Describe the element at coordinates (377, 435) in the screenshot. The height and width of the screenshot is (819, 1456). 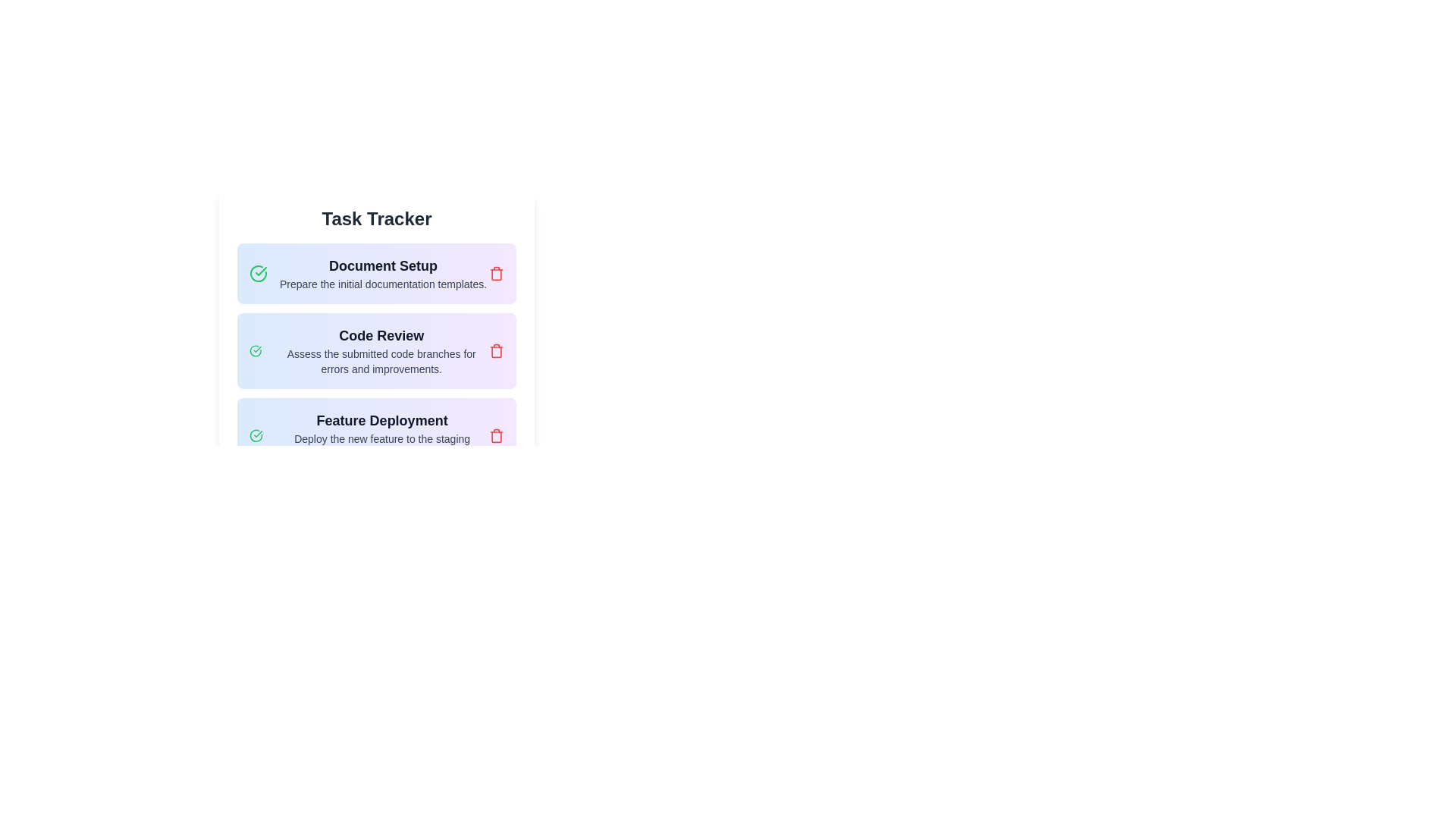
I see `the green checkmark icon in the task entry component labeled 'Feature Deployment' to mark the task as complete` at that location.